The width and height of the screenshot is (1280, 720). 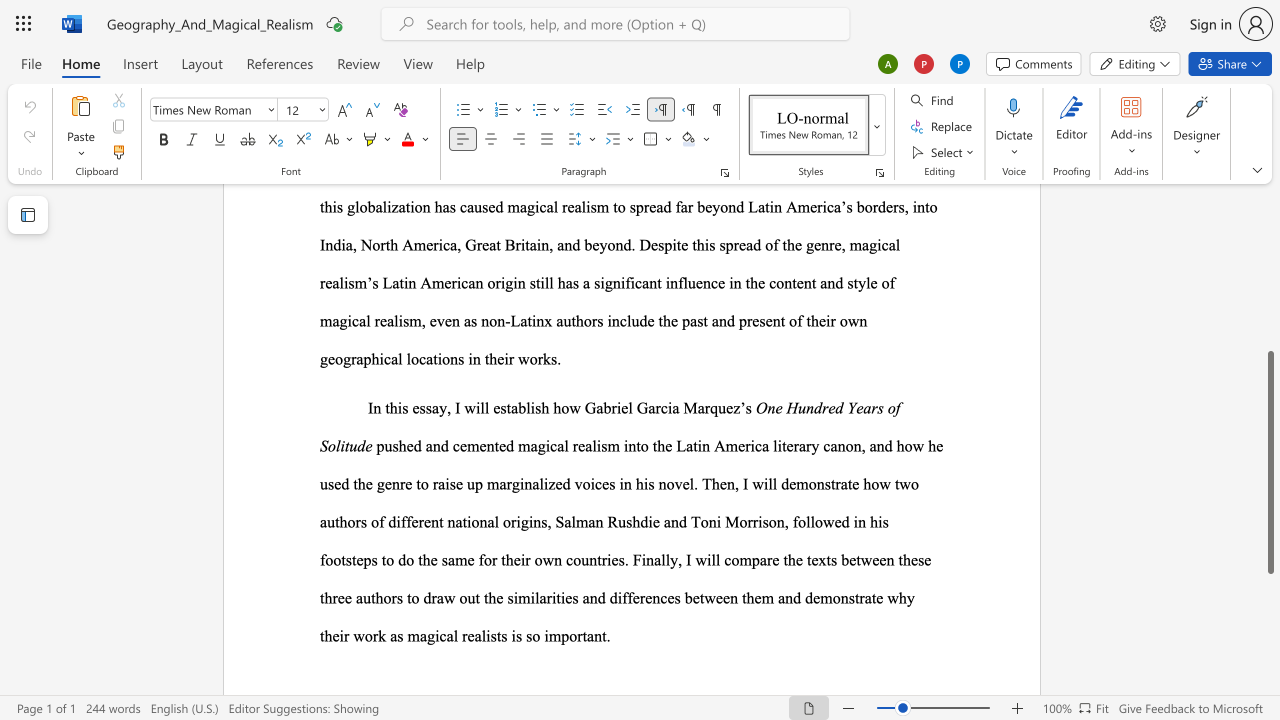 What do you see at coordinates (1269, 310) in the screenshot?
I see `the scrollbar to scroll the page up` at bounding box center [1269, 310].